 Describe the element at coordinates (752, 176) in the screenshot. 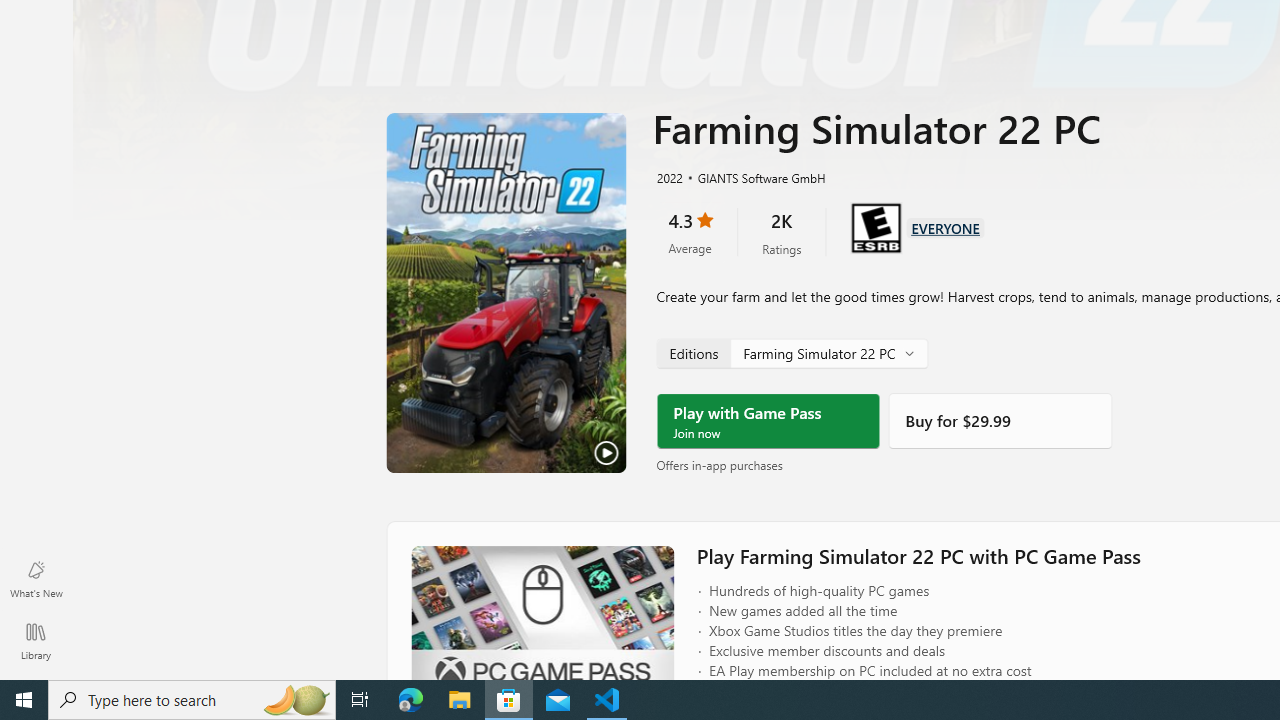

I see `'GIANTS Software GmbH'` at that location.